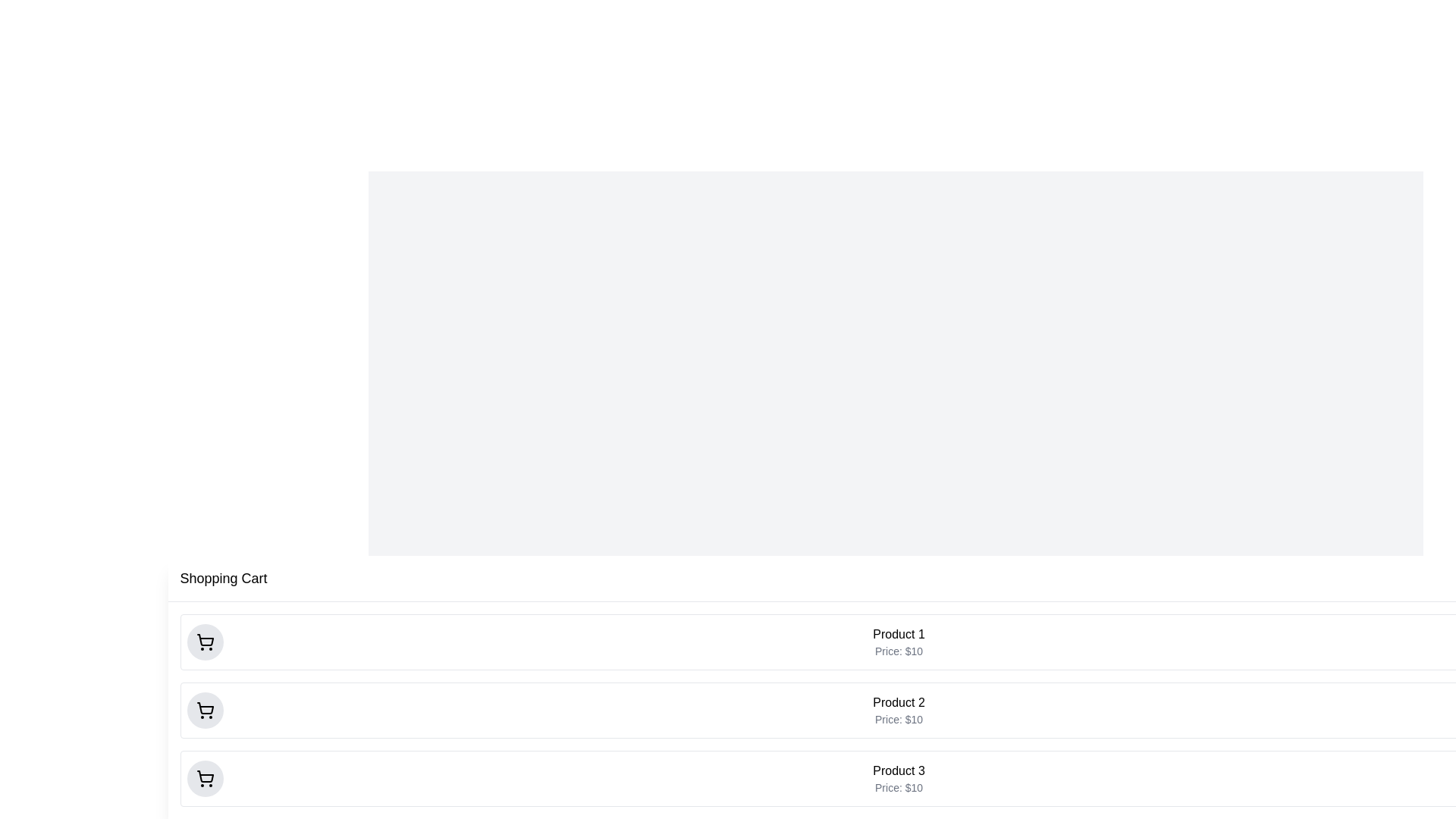  Describe the element at coordinates (204, 642) in the screenshot. I see `the shopping cart icon associated with 'Product 1' in the product details row` at that location.